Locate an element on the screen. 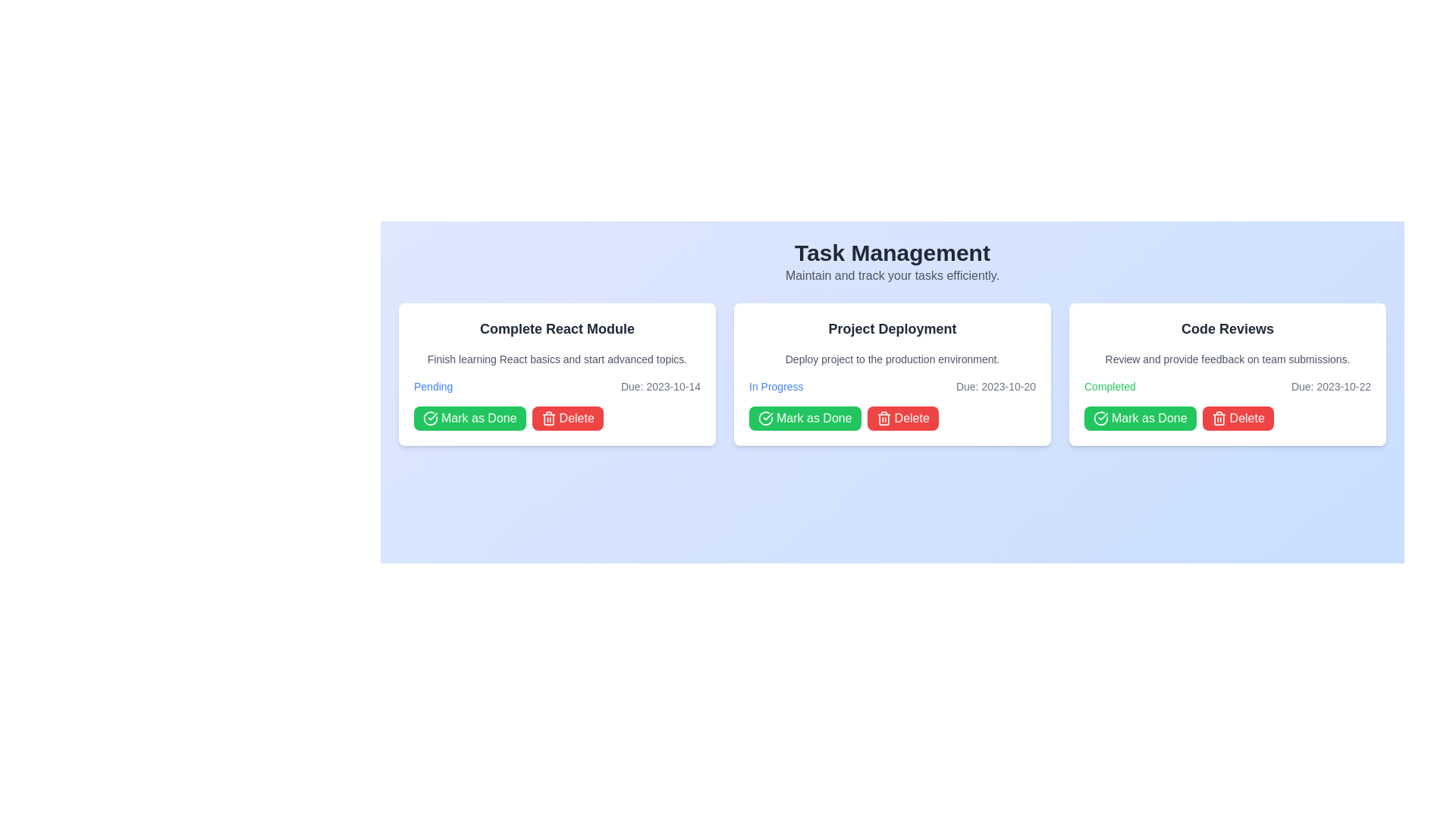 This screenshot has width=1456, height=819. the 'Mark as Done' or 'Delete' buttons within the 'Code Reviews' task card, which is the third card in the grid layout located at the rightmost end is located at coordinates (1227, 374).